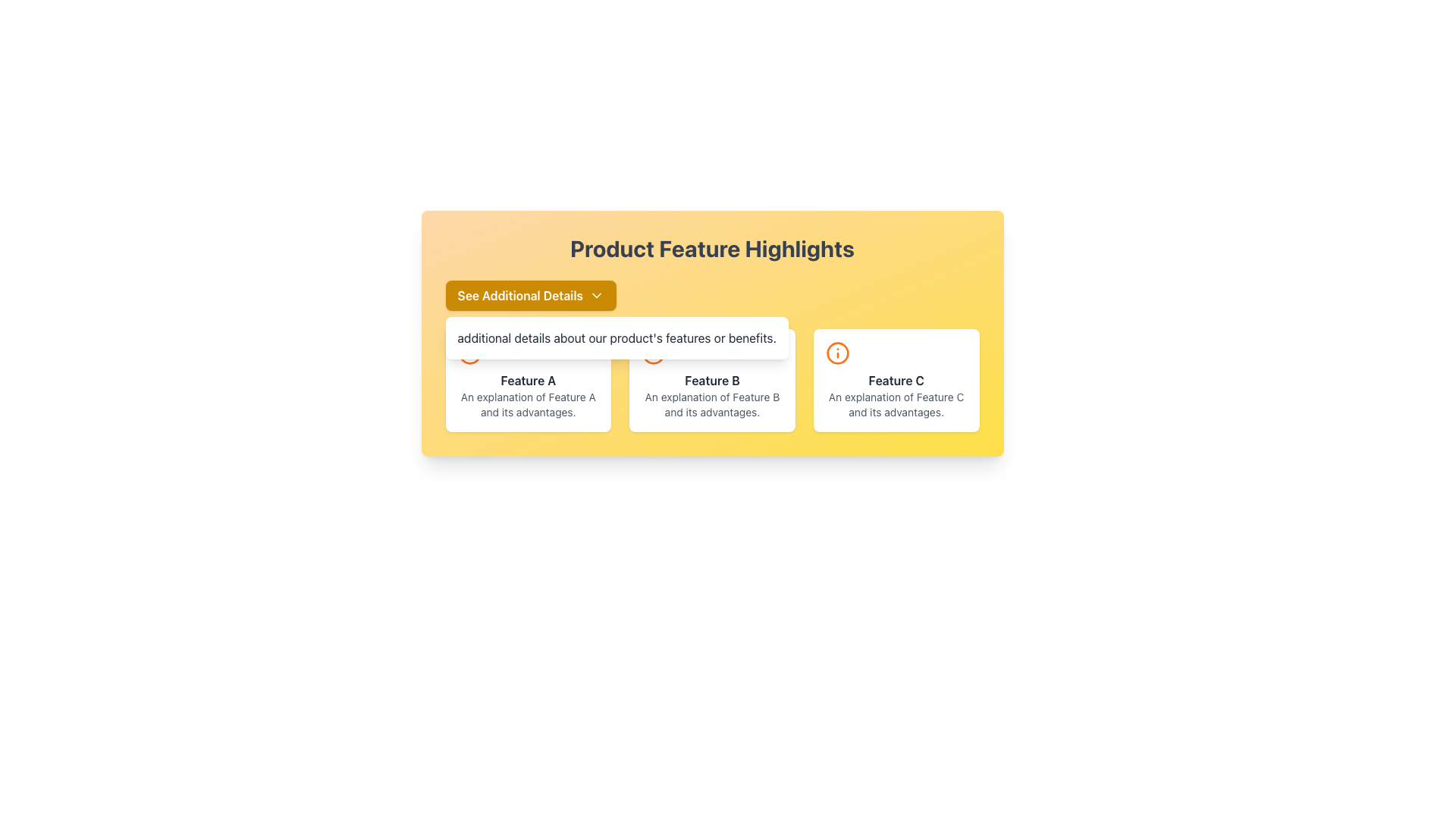 The width and height of the screenshot is (1456, 819). I want to click on text label displaying 'Feature A' which is centrally aligned within the first feature's card in the 'Product Feature Highlights' section, so click(528, 379).